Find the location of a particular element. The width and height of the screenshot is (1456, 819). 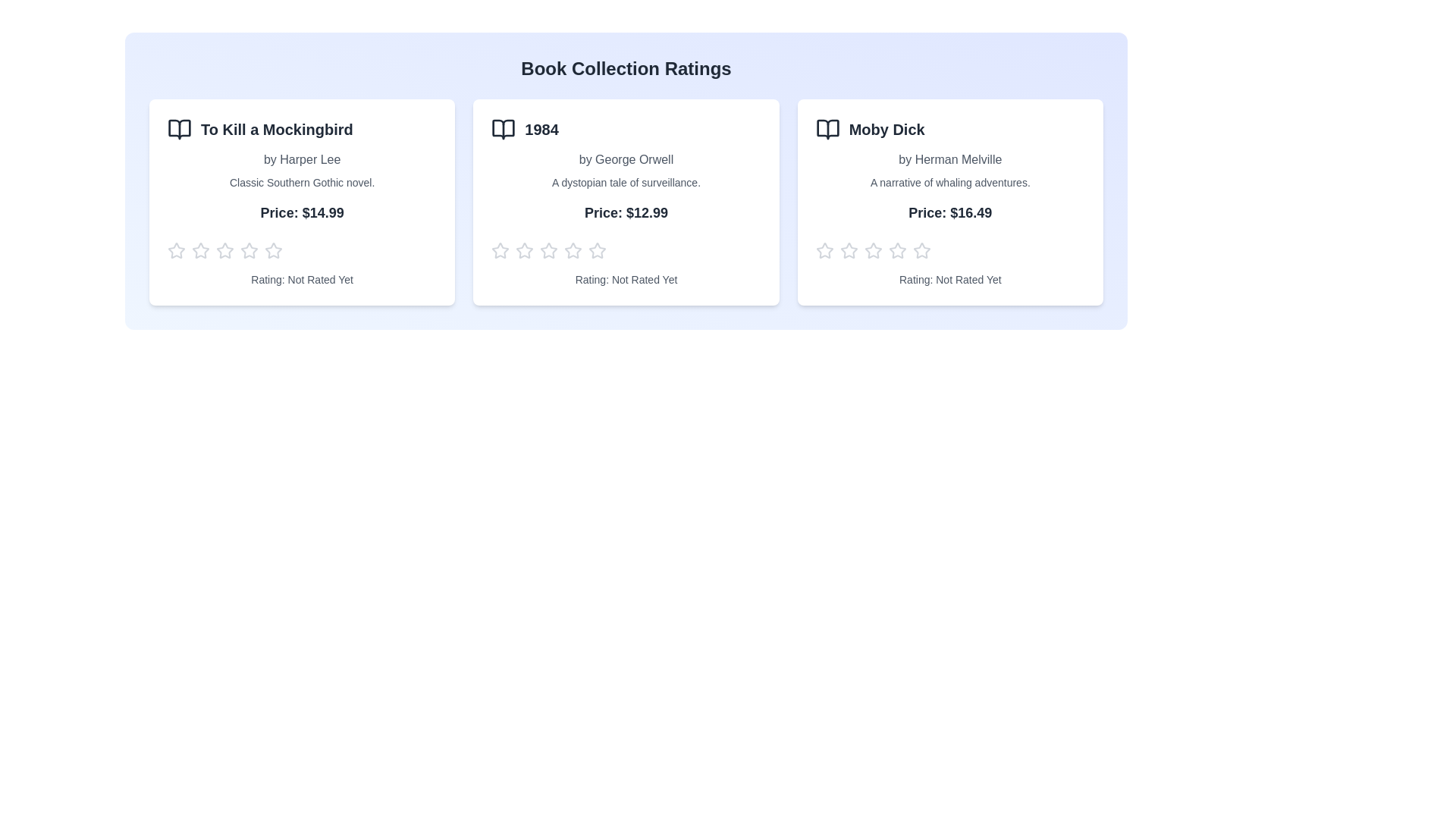

the book card for Moby Dick is located at coordinates (949, 201).